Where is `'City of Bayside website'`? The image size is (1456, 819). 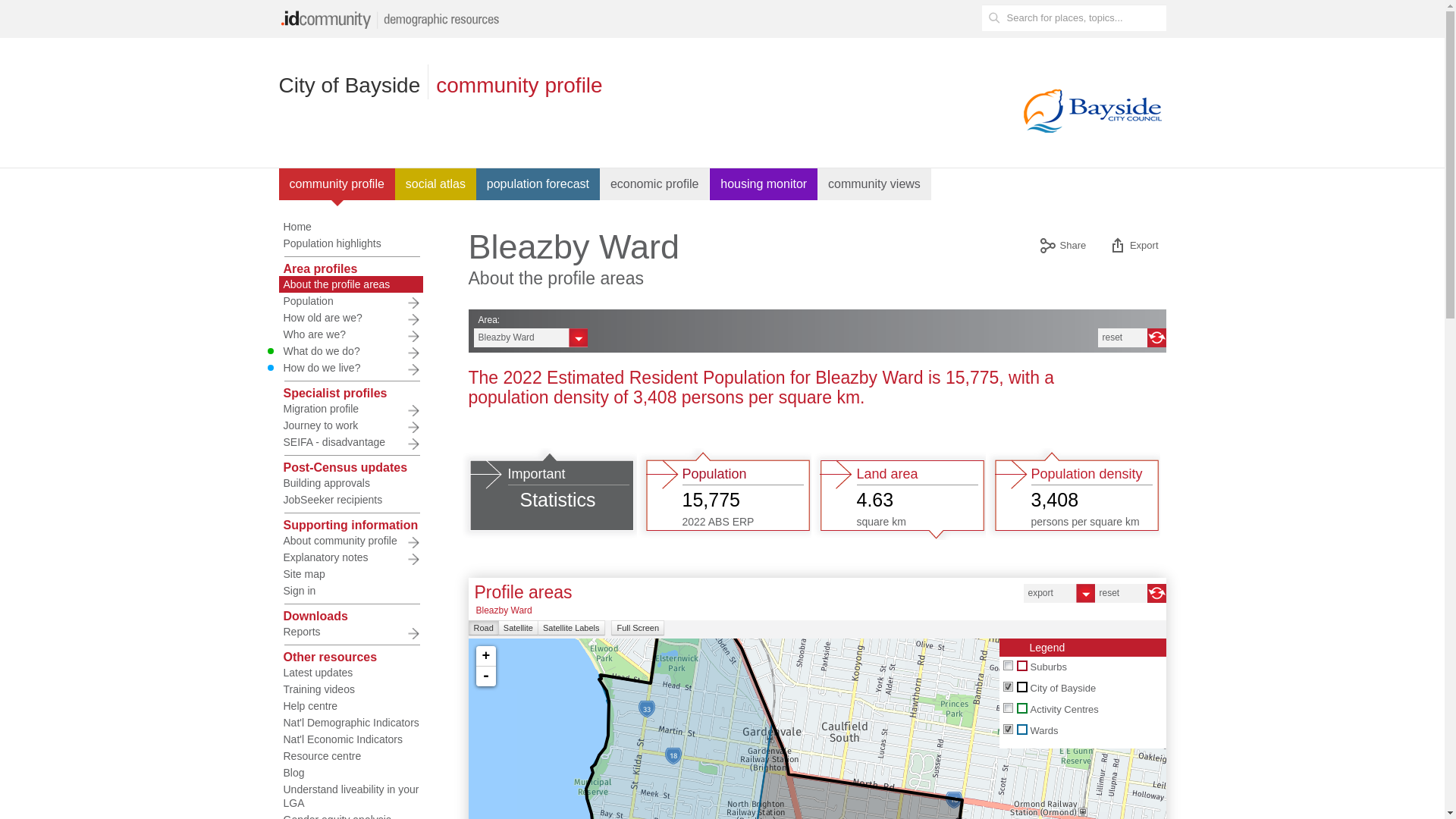
'City of Bayside website' is located at coordinates (1015, 109).